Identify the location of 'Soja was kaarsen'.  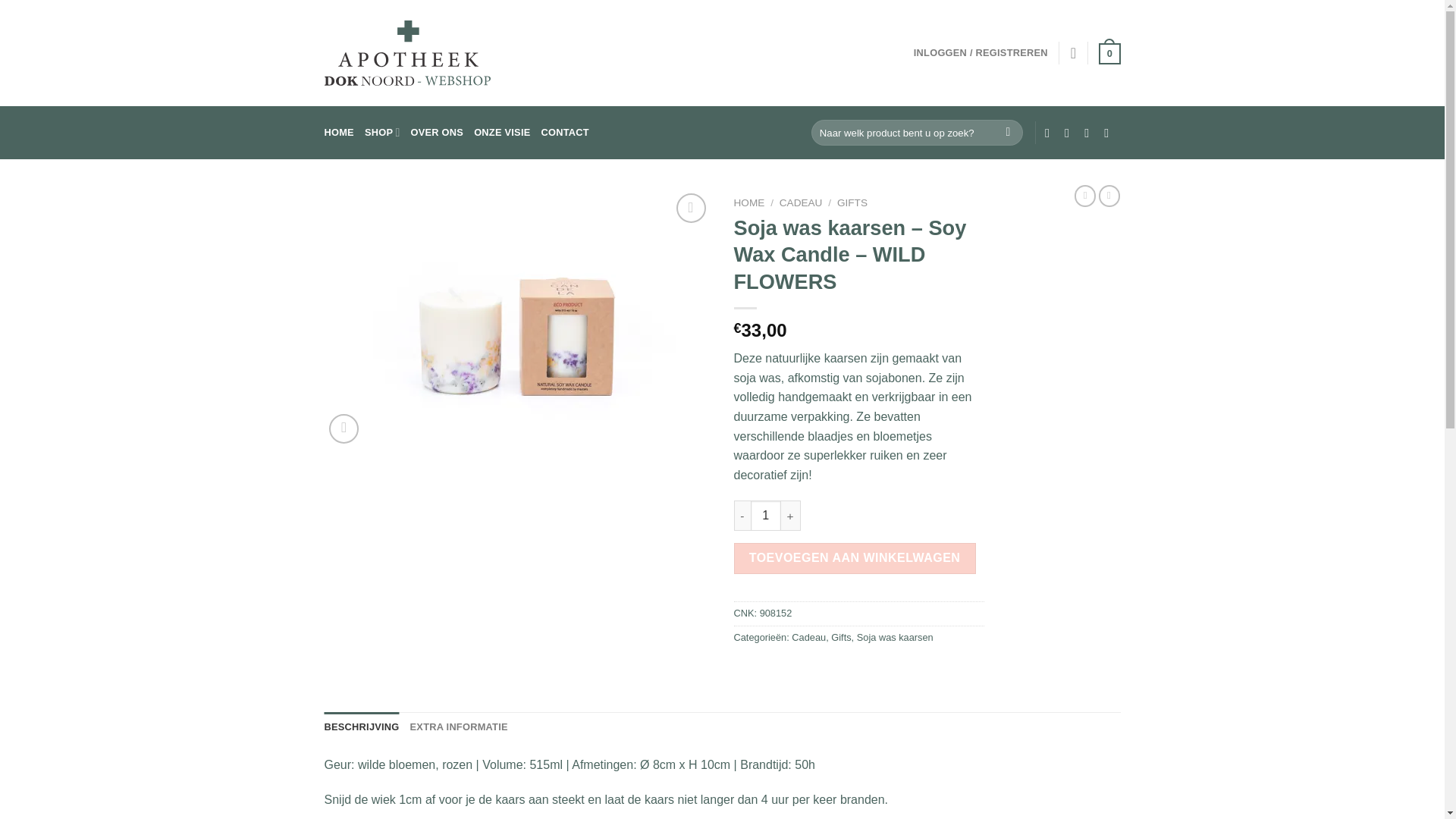
(895, 637).